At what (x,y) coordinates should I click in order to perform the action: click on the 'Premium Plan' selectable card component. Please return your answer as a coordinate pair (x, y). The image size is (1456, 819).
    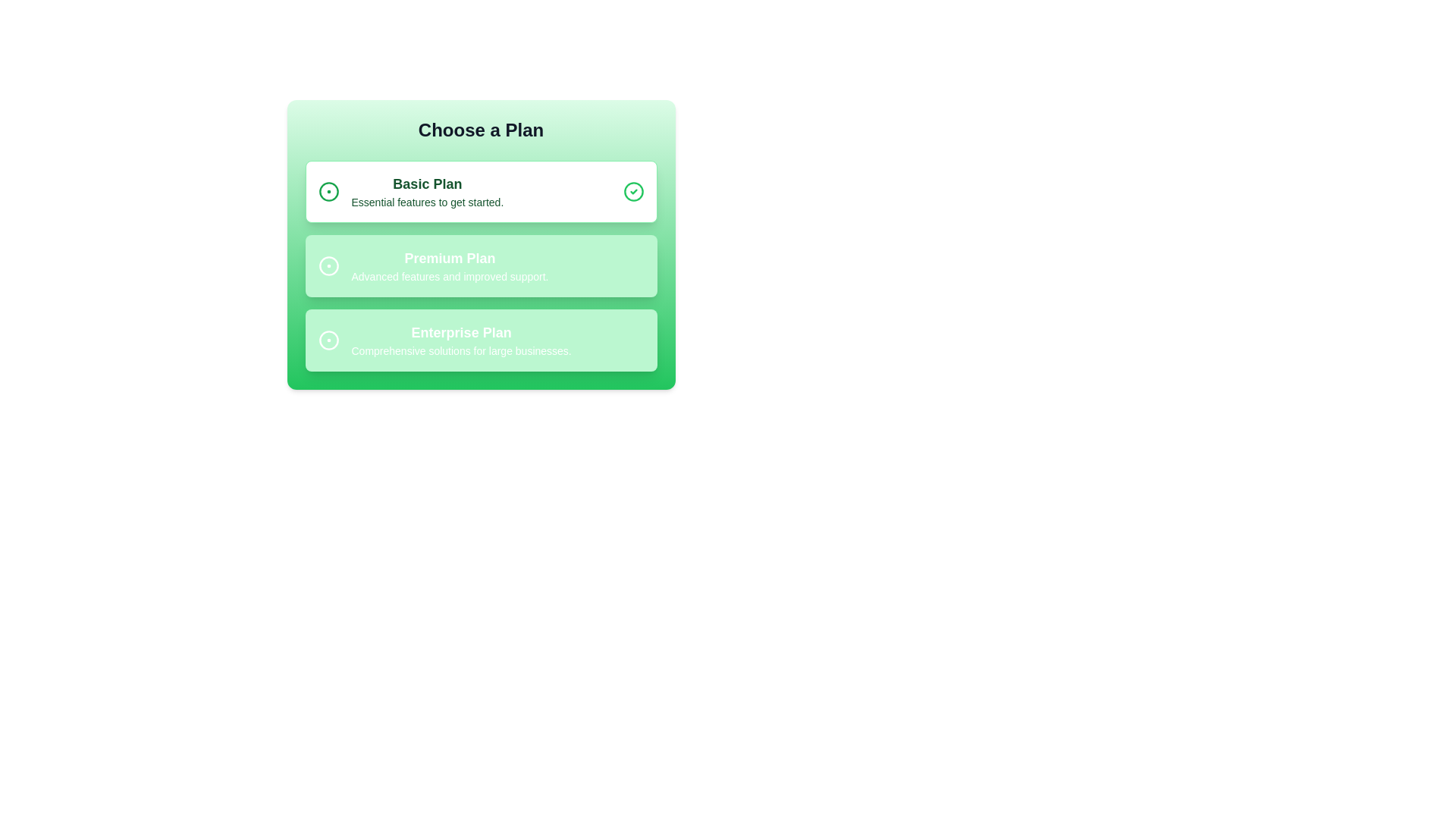
    Looking at the image, I should click on (480, 265).